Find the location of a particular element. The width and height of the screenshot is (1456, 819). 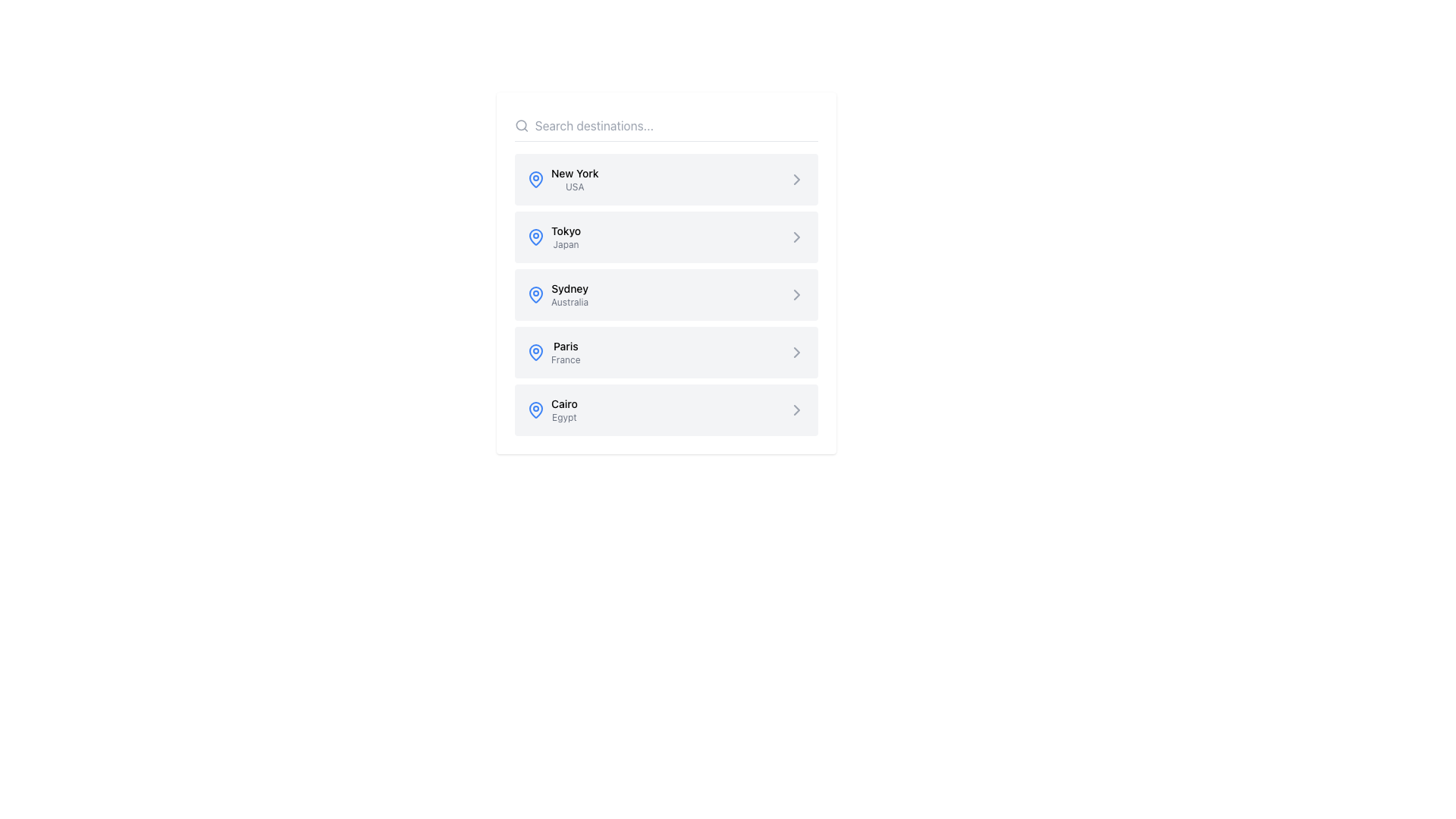

the Chevron Icon located to the right of the 'Paris' and 'France' text elements is located at coordinates (796, 353).